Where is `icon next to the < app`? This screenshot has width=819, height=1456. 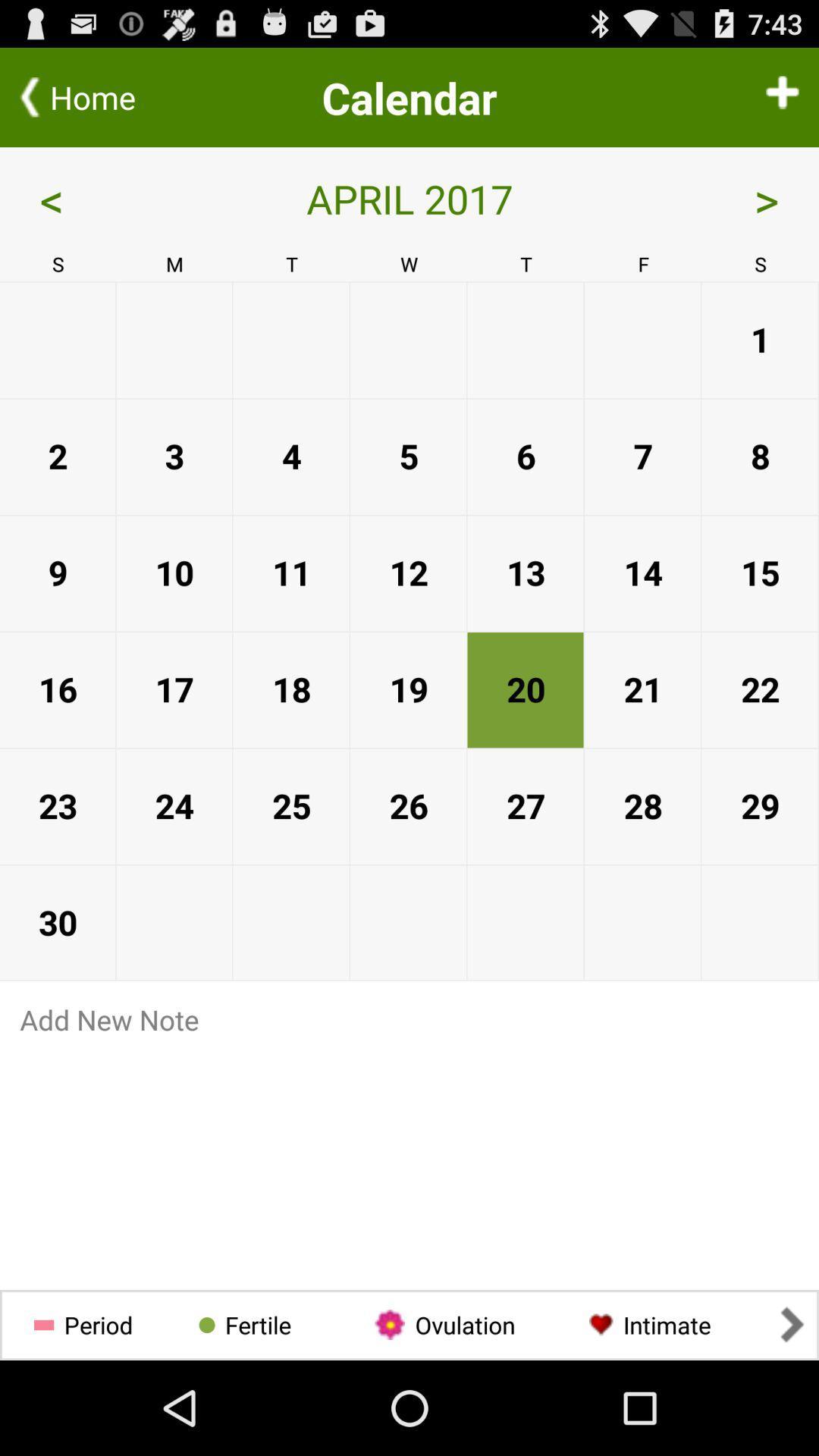 icon next to the < app is located at coordinates (783, 96).